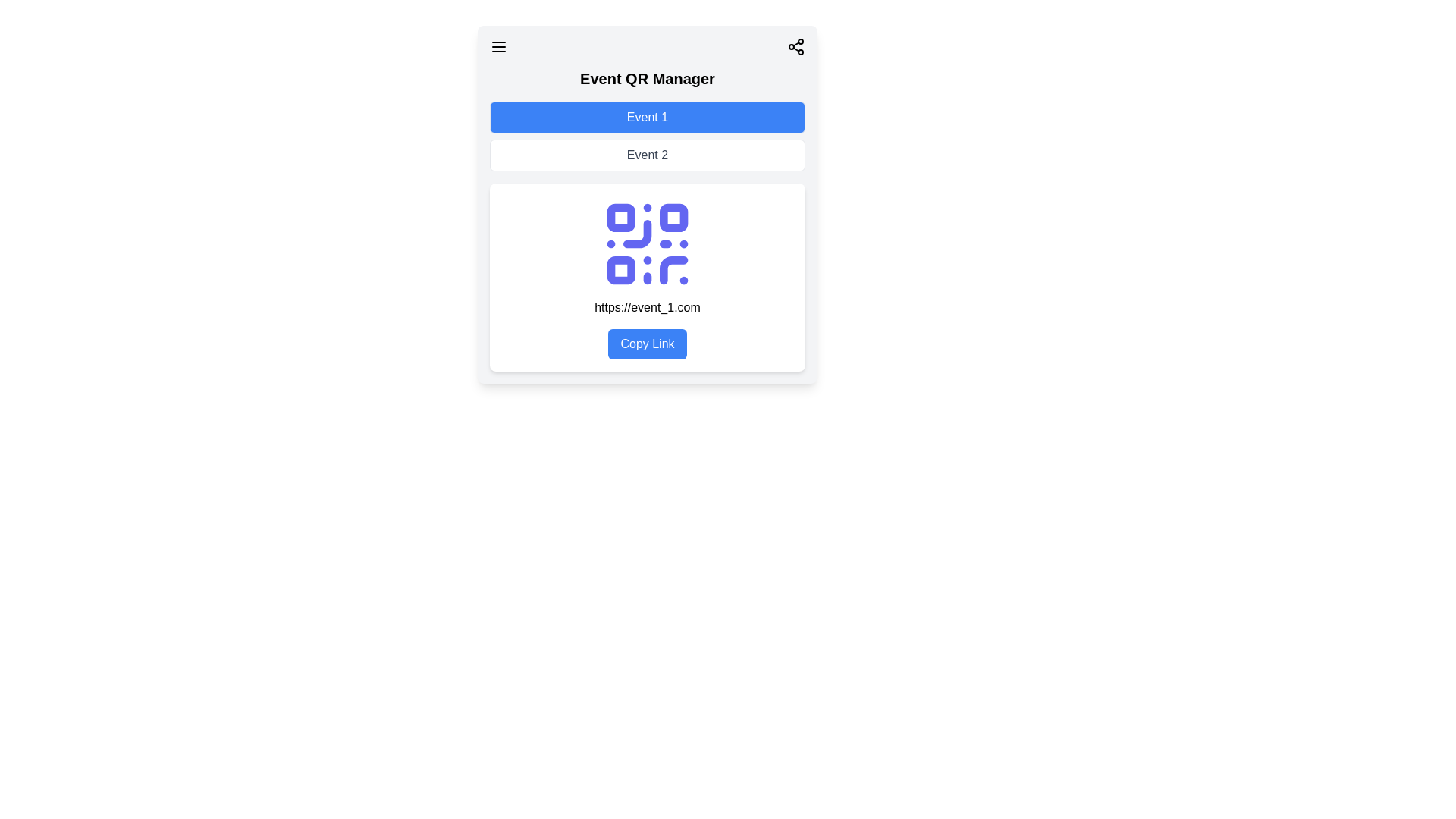  I want to click on the 'Event 1' button to change its background color, which is the first button in a vertically stacked group, so click(648, 116).